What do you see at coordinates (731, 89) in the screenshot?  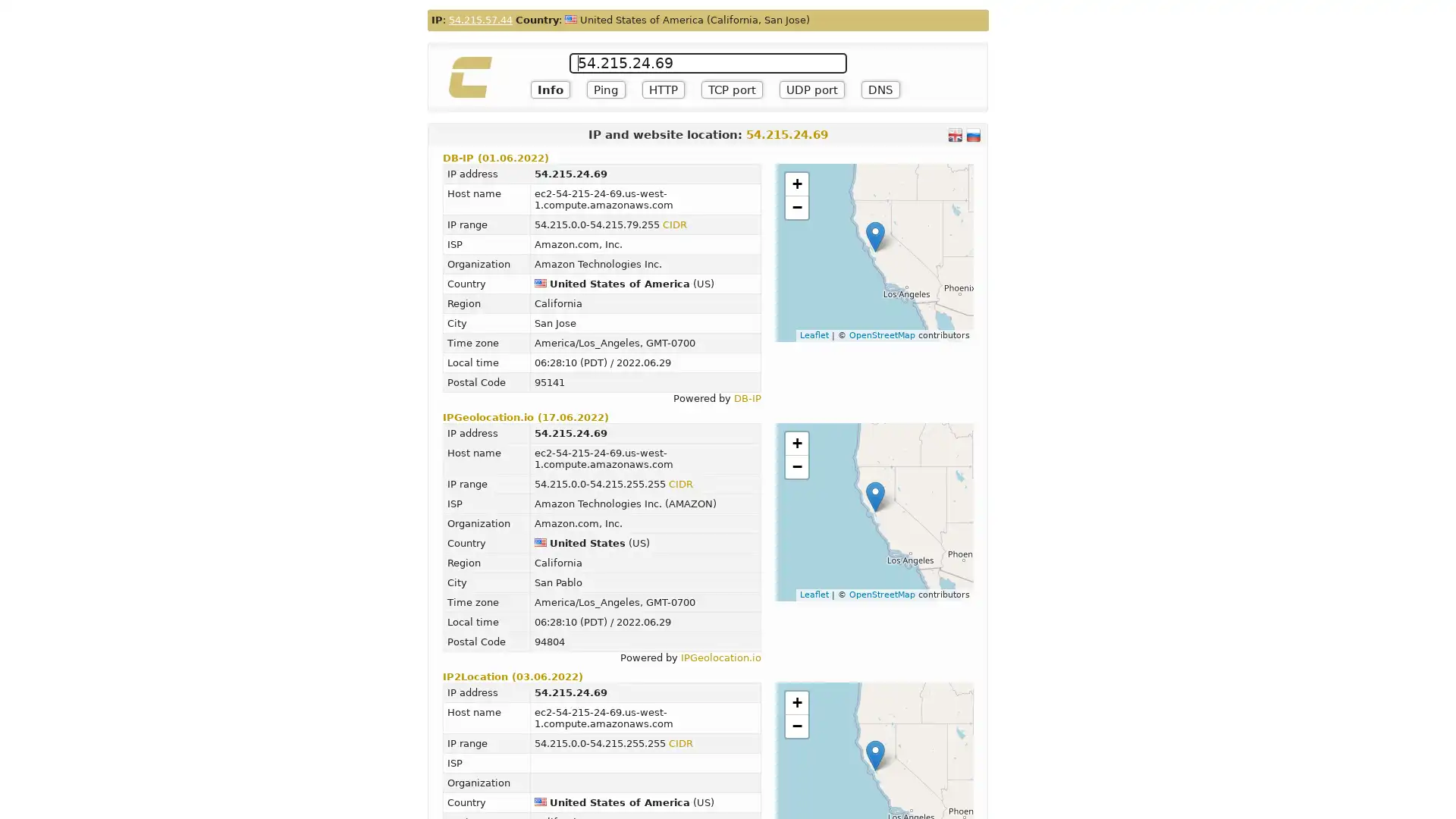 I see `TCP port` at bounding box center [731, 89].